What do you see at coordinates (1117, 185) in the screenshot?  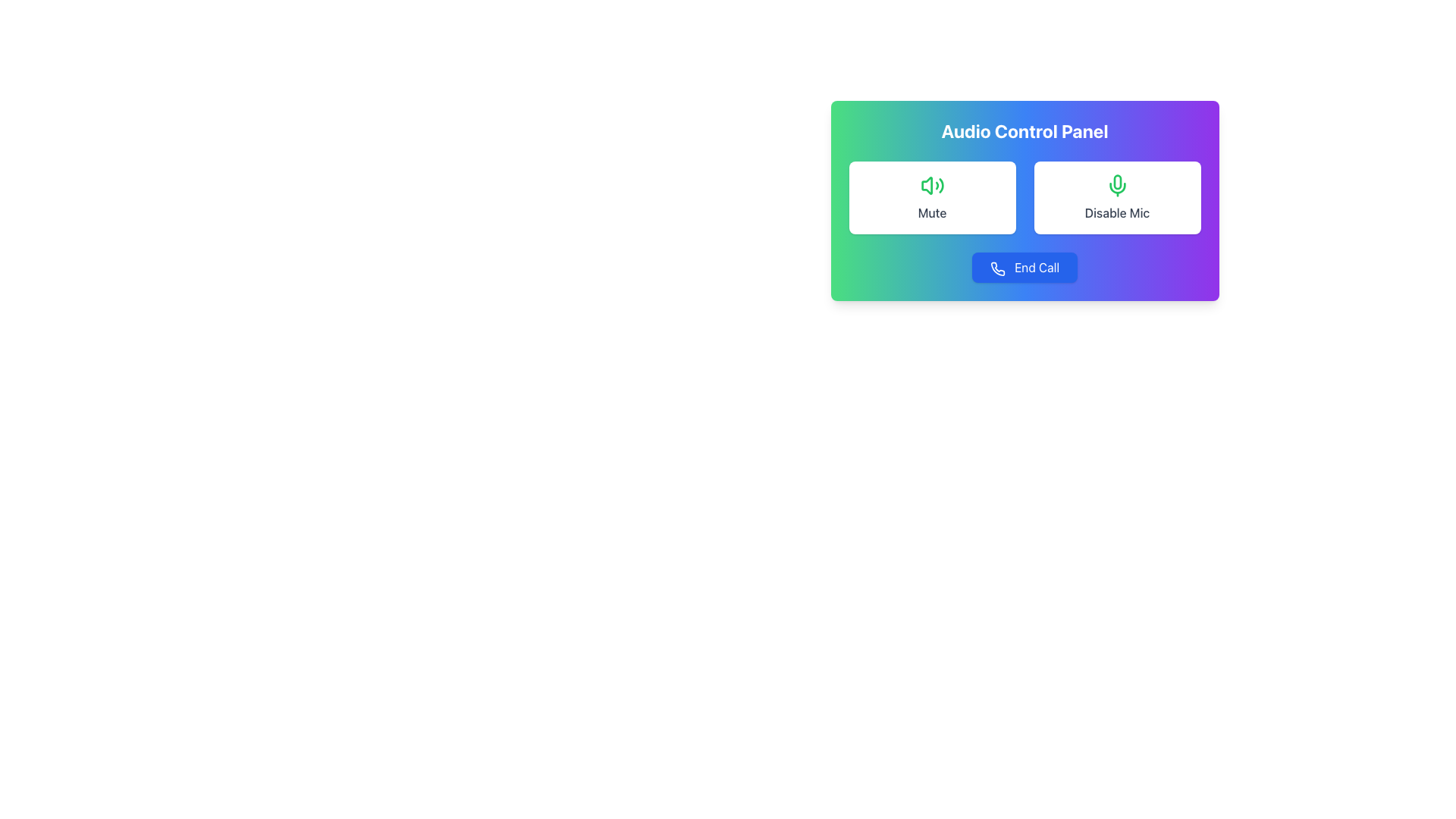 I see `the microphone icon that is part of the 'Disable Mic' button located at the top-right section of the interface` at bounding box center [1117, 185].